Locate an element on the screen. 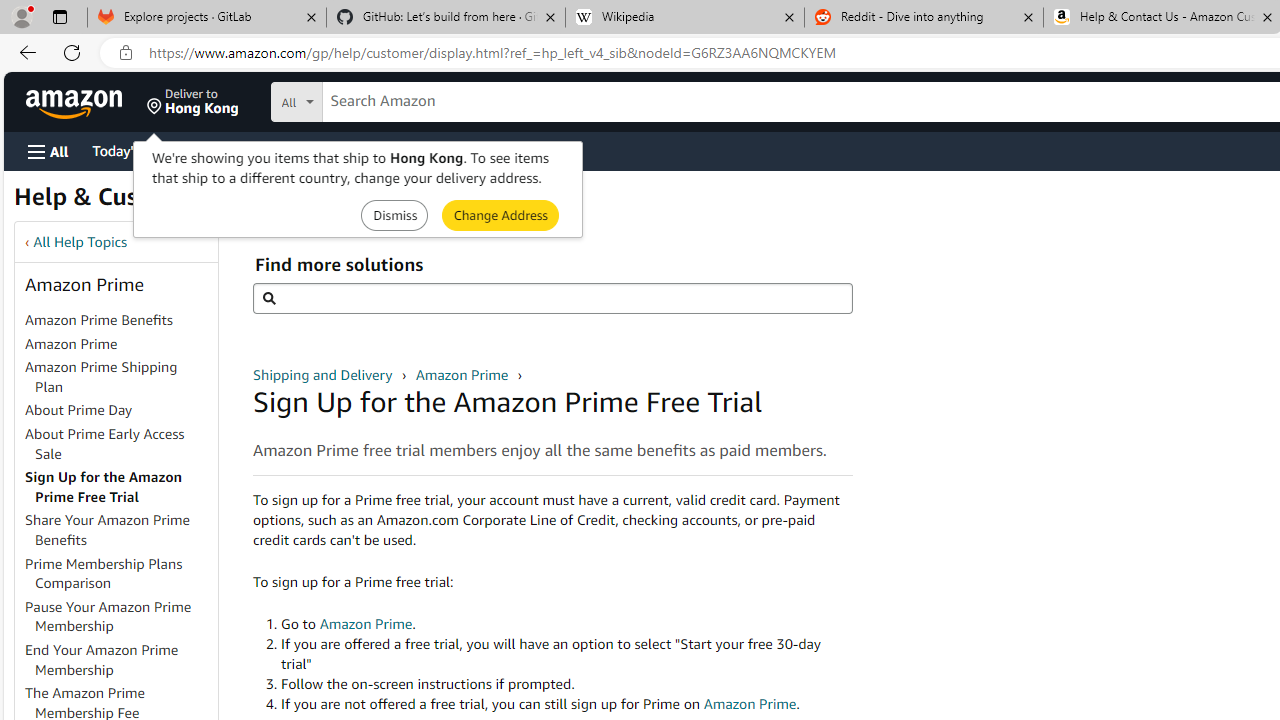 The width and height of the screenshot is (1280, 720). 'End Your Amazon Prime Membership' is located at coordinates (101, 659).